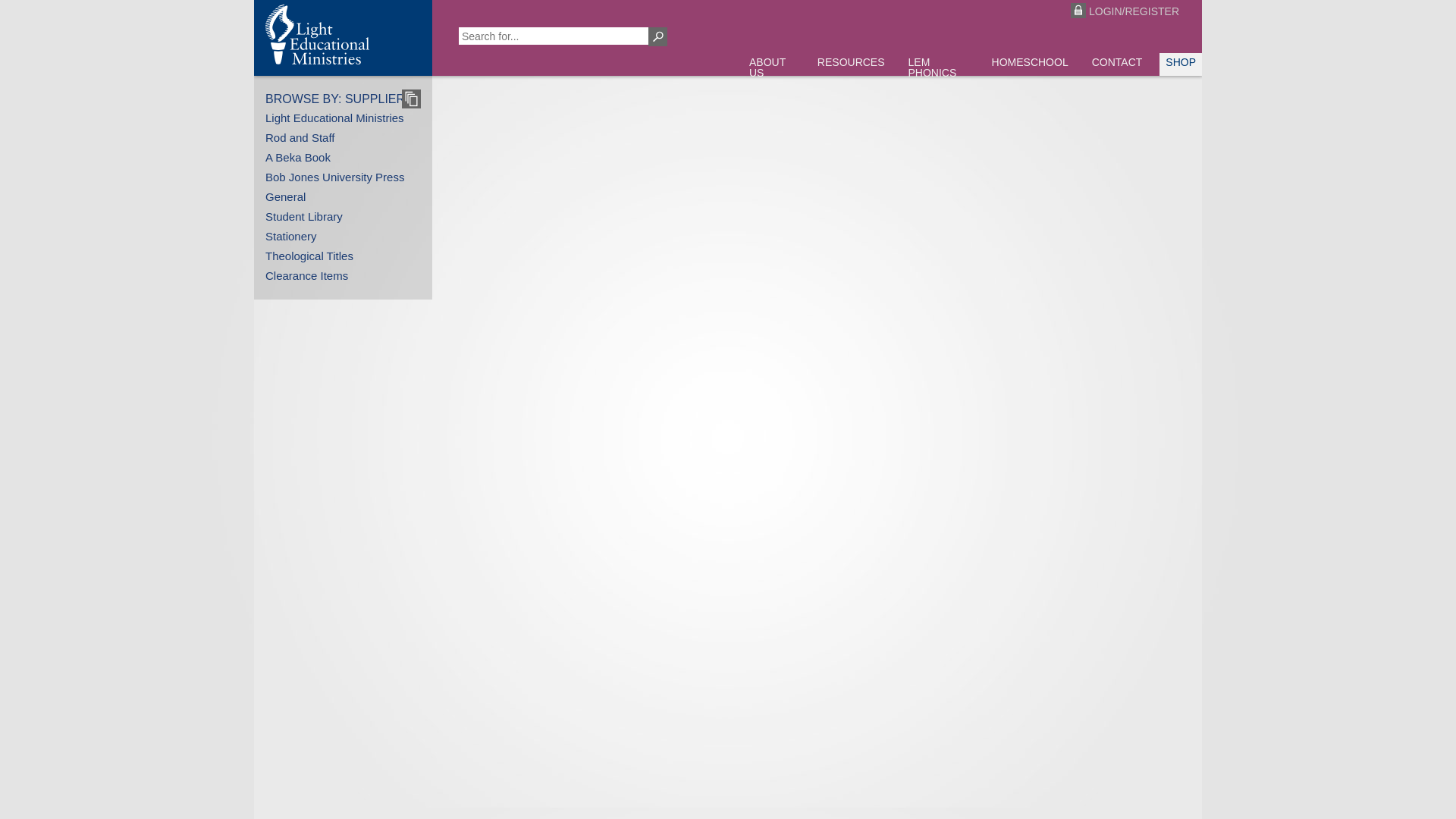 The image size is (1456, 819). Describe the element at coordinates (1055, 11) in the screenshot. I see `' LOGIN/REGISTER'` at that location.